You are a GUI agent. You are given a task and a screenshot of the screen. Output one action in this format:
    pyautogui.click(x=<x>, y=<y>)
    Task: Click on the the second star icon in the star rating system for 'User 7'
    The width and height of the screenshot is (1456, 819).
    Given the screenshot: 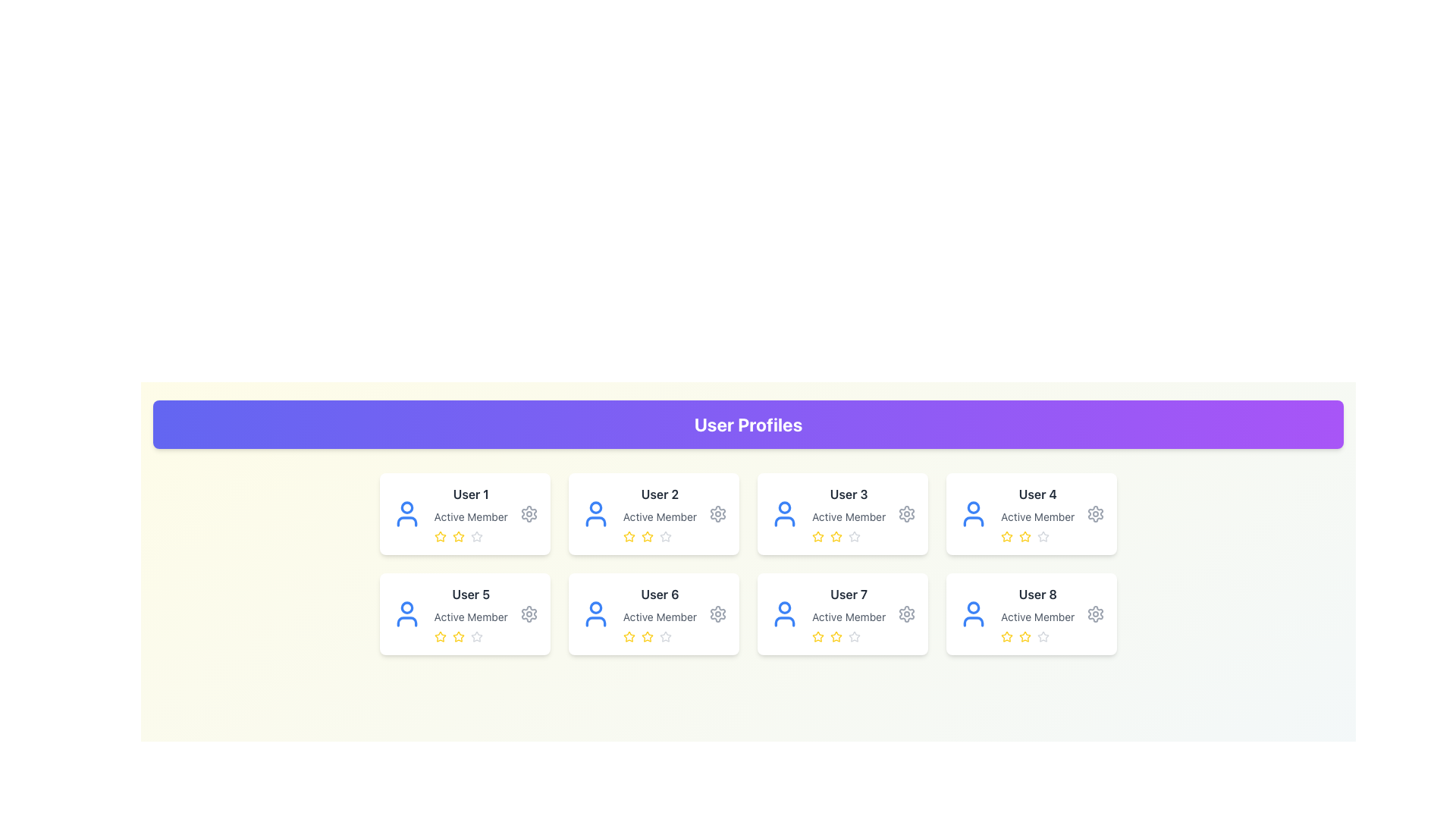 What is the action you would take?
    pyautogui.click(x=836, y=637)
    